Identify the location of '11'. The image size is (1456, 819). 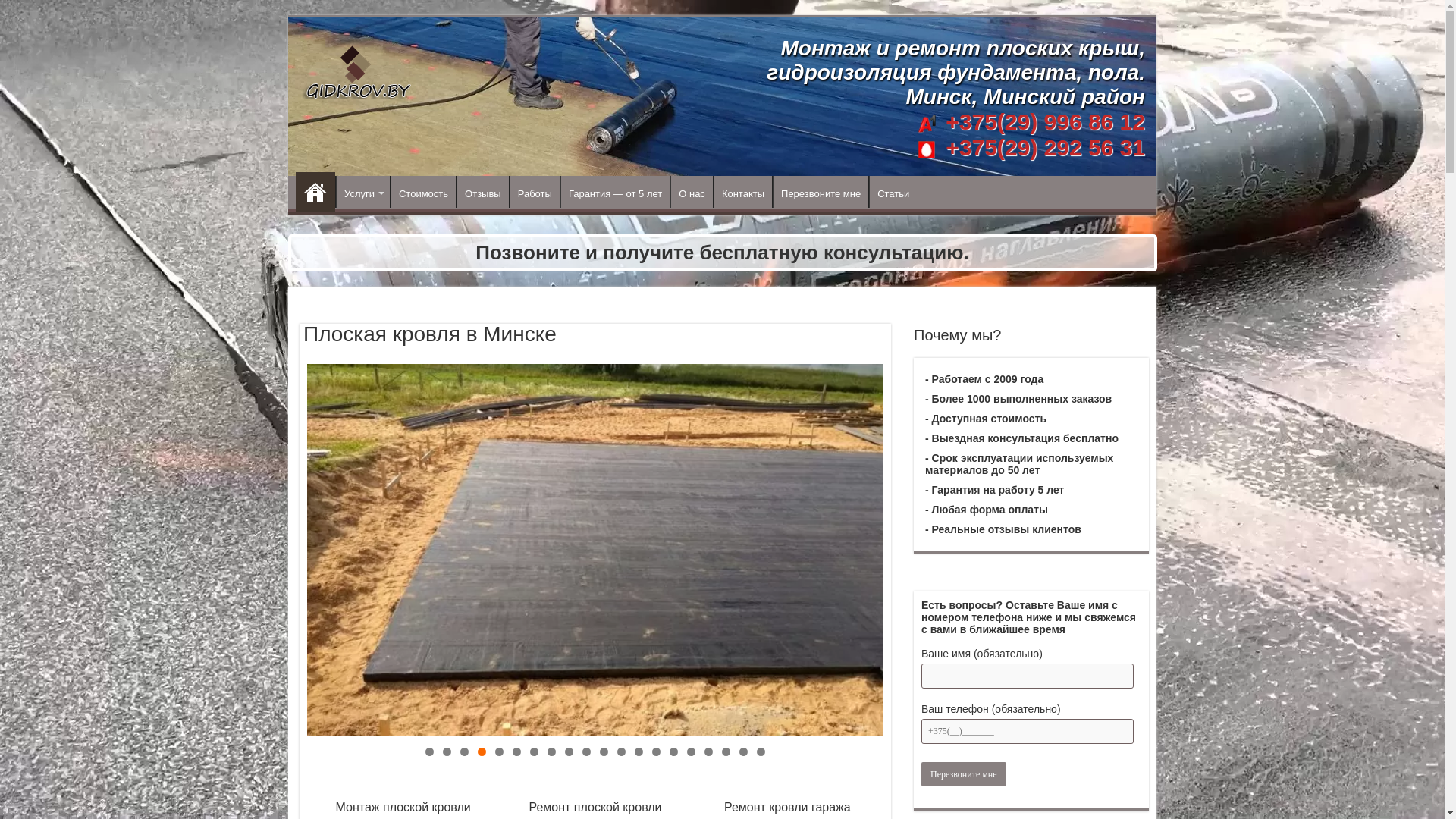
(603, 752).